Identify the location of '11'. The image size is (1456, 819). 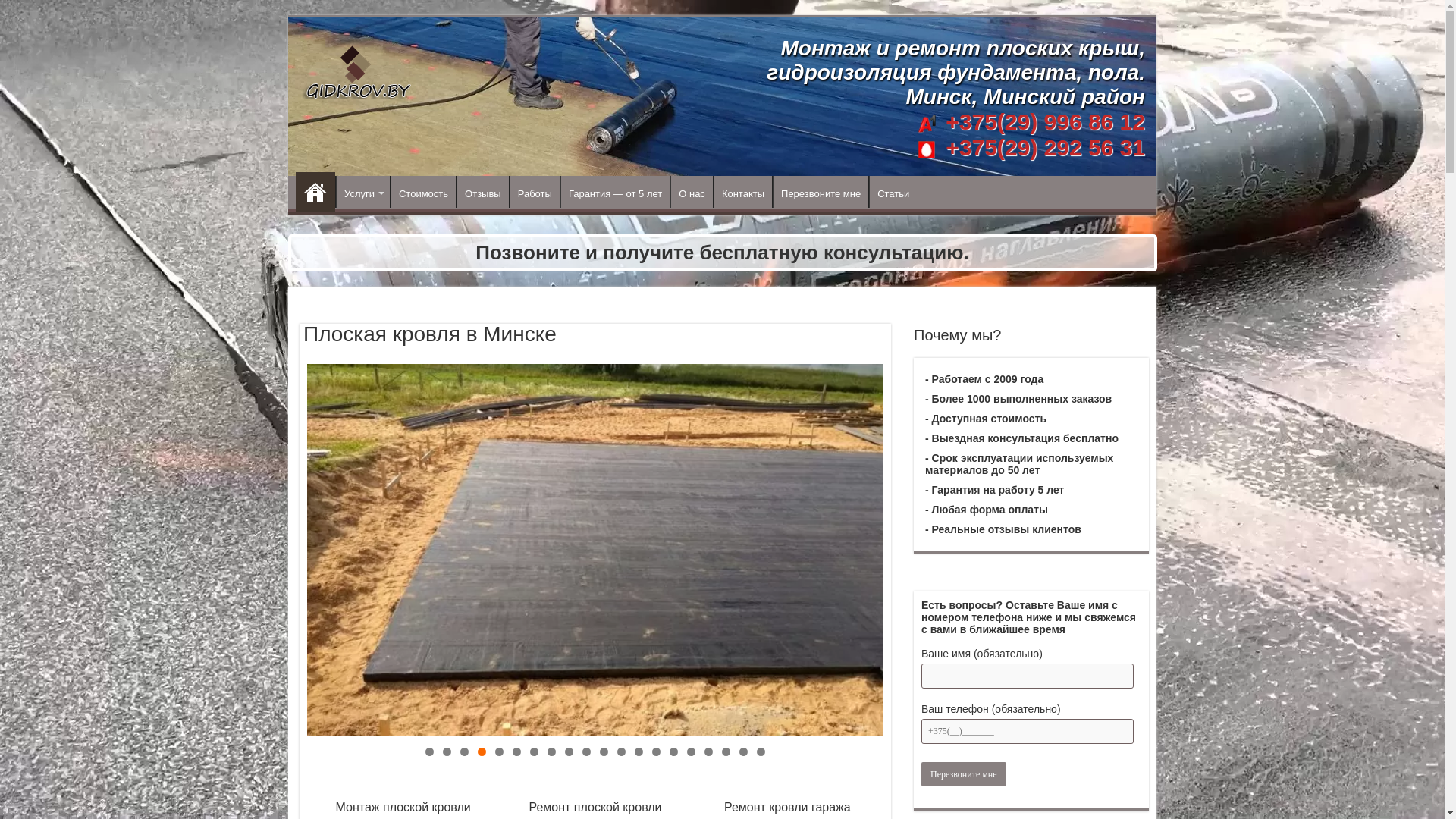
(603, 752).